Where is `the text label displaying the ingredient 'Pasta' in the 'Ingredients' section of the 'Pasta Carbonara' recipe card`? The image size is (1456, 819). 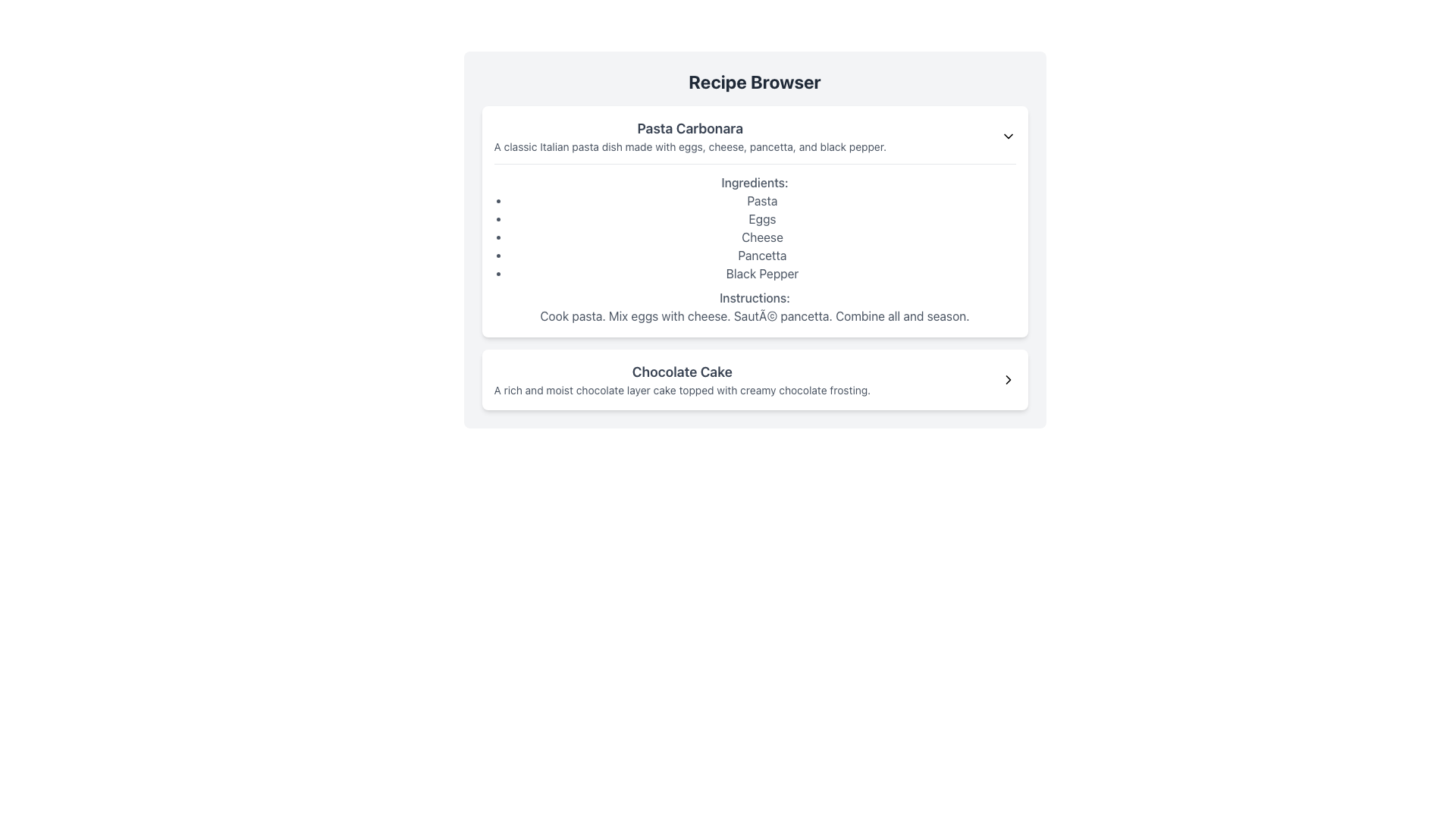 the text label displaying the ingredient 'Pasta' in the 'Ingredients' section of the 'Pasta Carbonara' recipe card is located at coordinates (762, 200).